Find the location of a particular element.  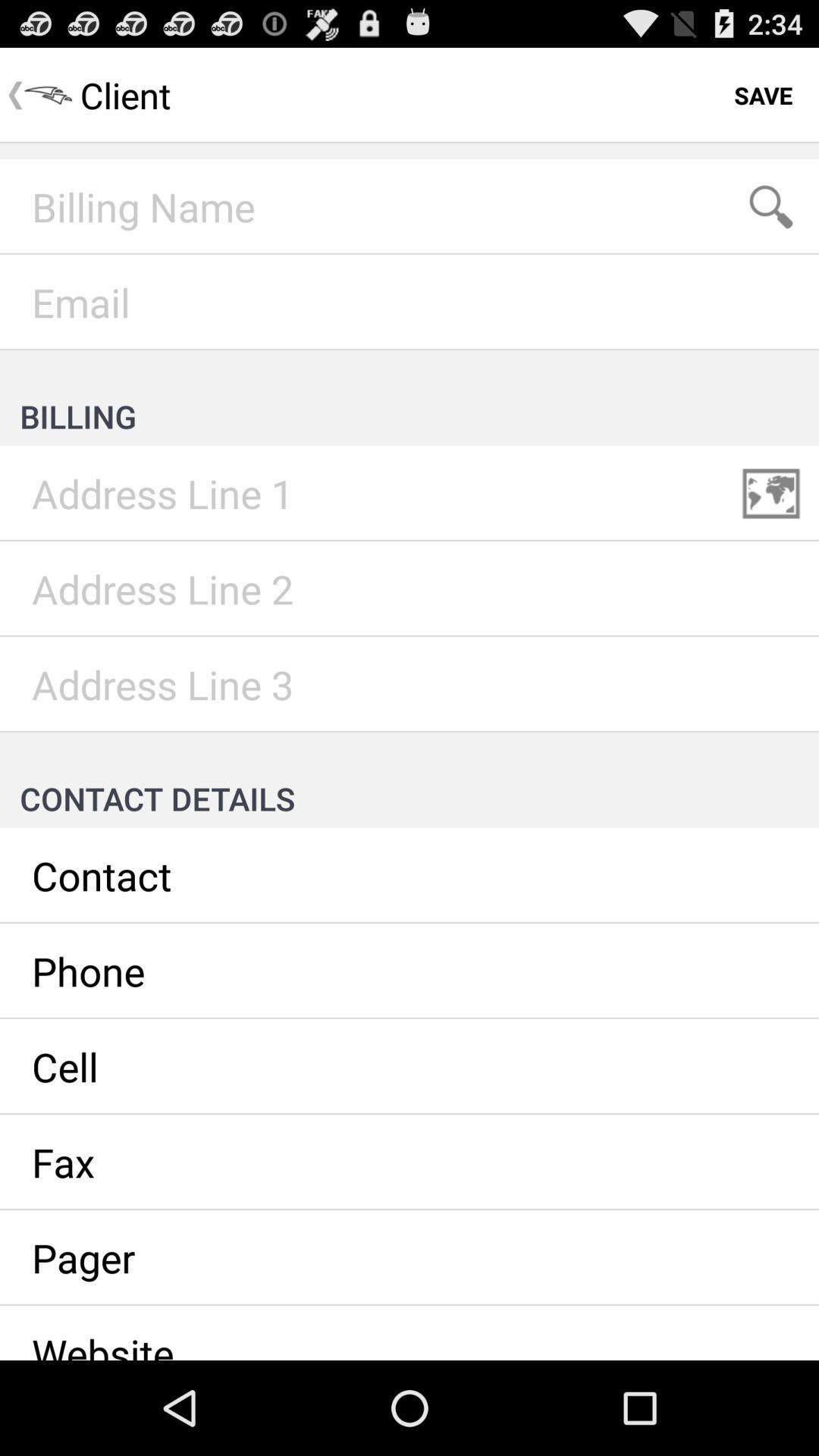

search is located at coordinates (771, 206).